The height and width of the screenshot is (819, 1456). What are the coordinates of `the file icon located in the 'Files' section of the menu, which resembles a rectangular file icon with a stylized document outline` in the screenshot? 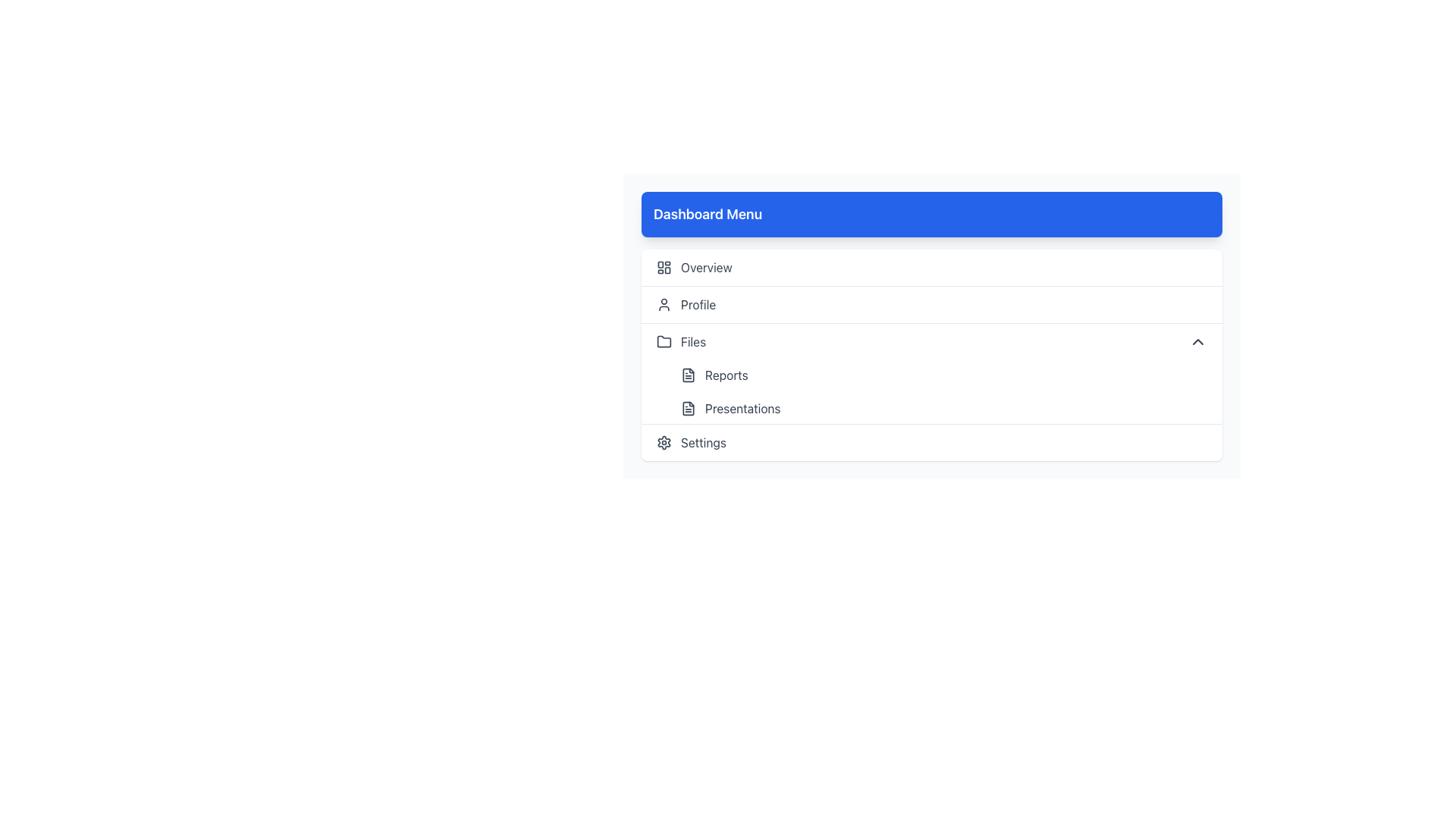 It's located at (687, 375).